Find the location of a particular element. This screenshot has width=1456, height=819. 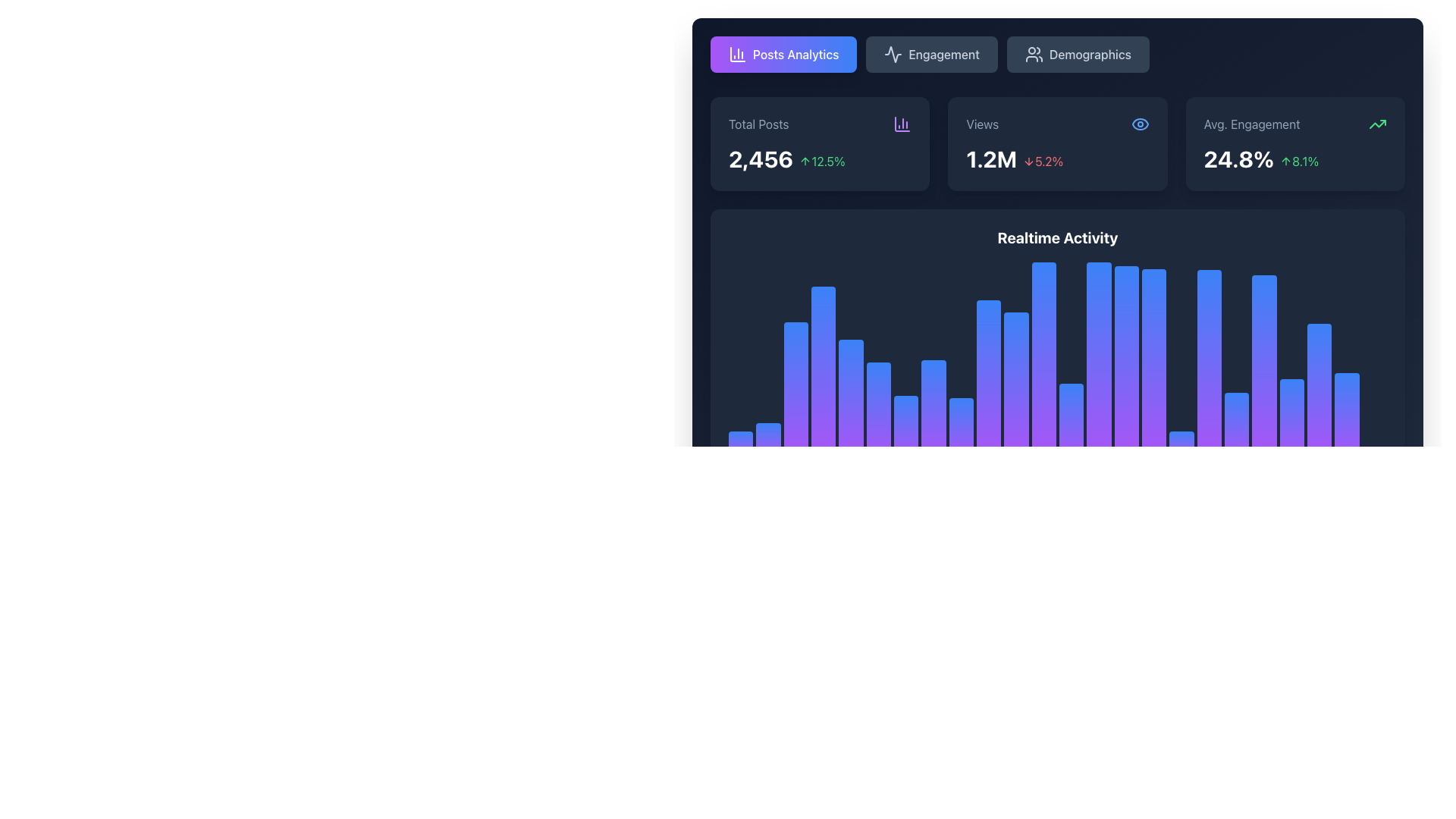

the farthest right graphical bar in the bar chart that represents a specific data point is located at coordinates (1374, 360).